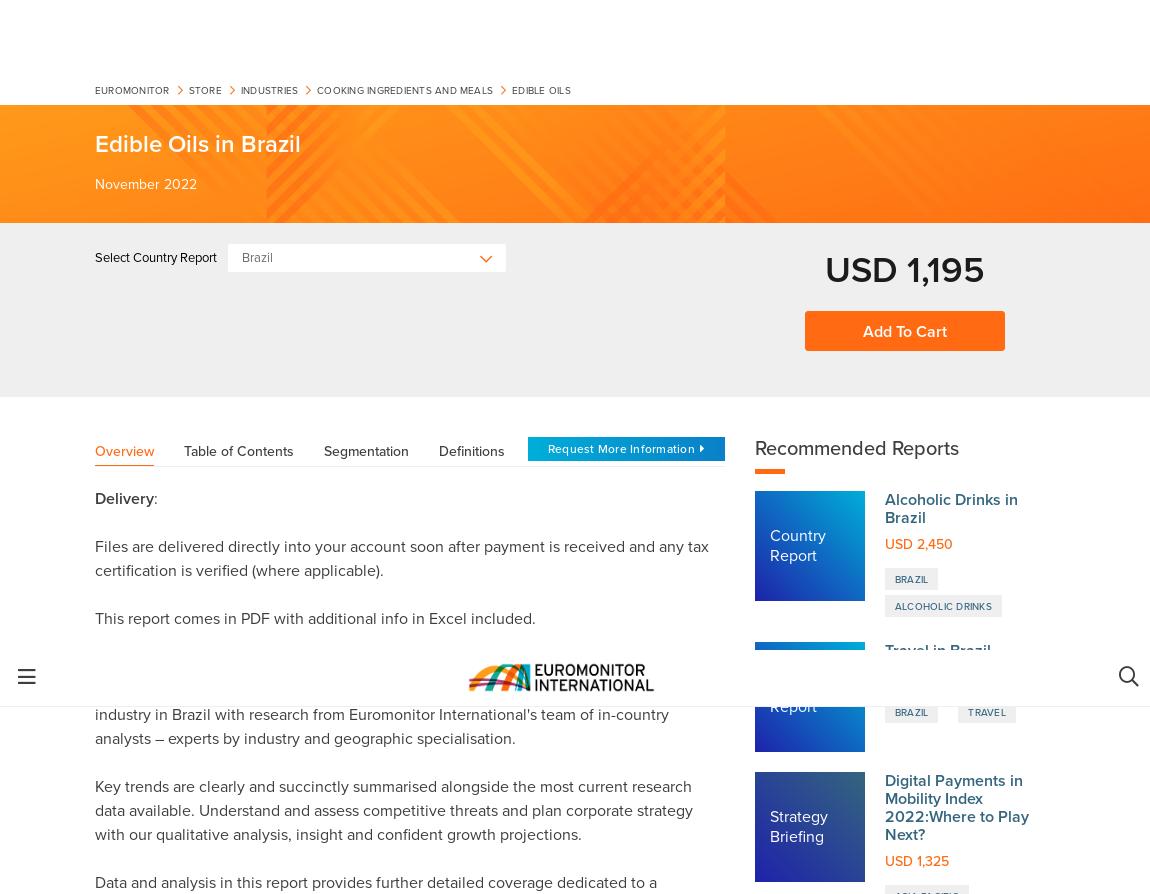 The image size is (1150, 894). I want to click on 'Track key industry trends, opportunities and threats', so click(917, 538).